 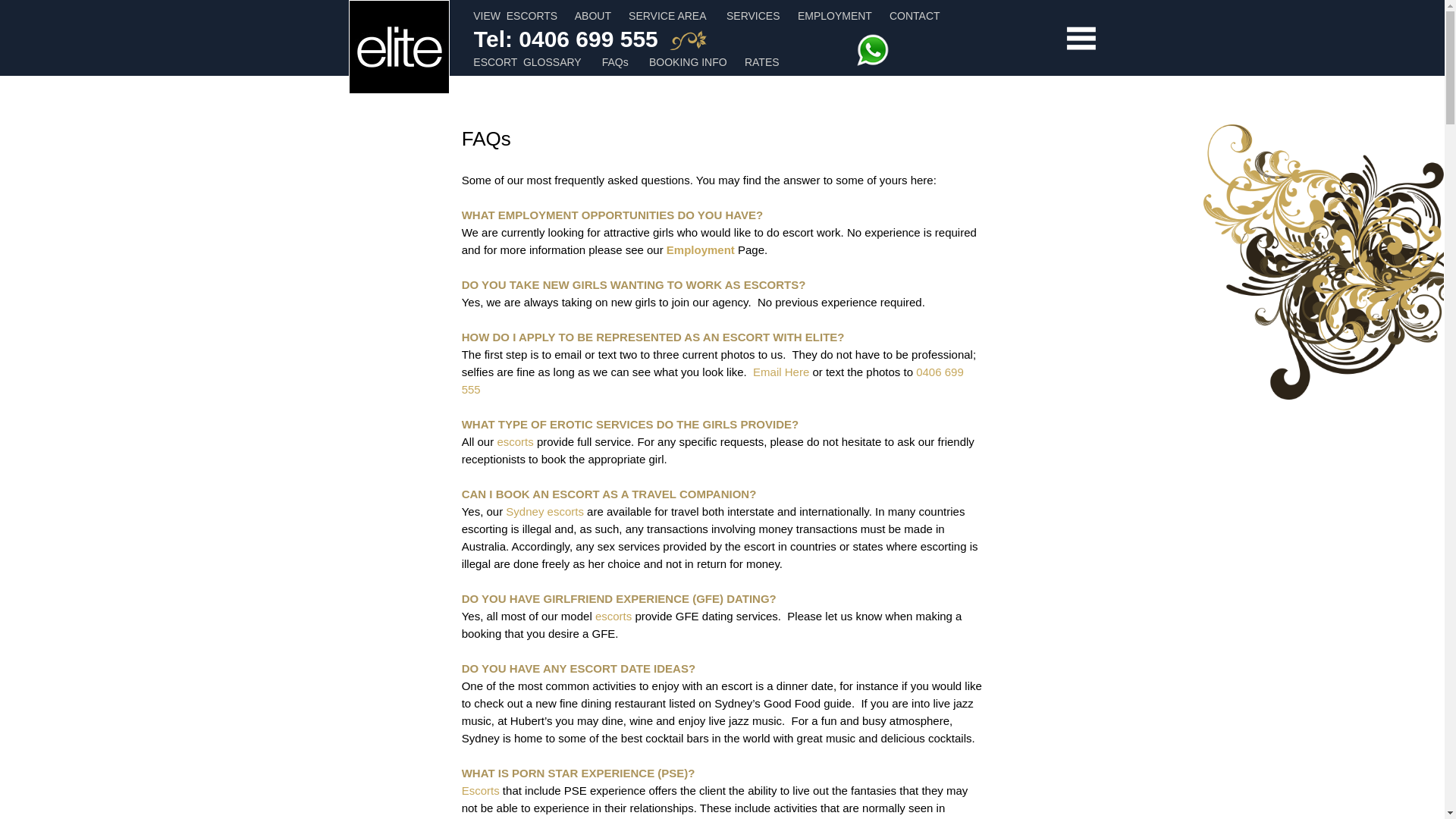 I want to click on 'SERVICE AREA', so click(x=629, y=15).